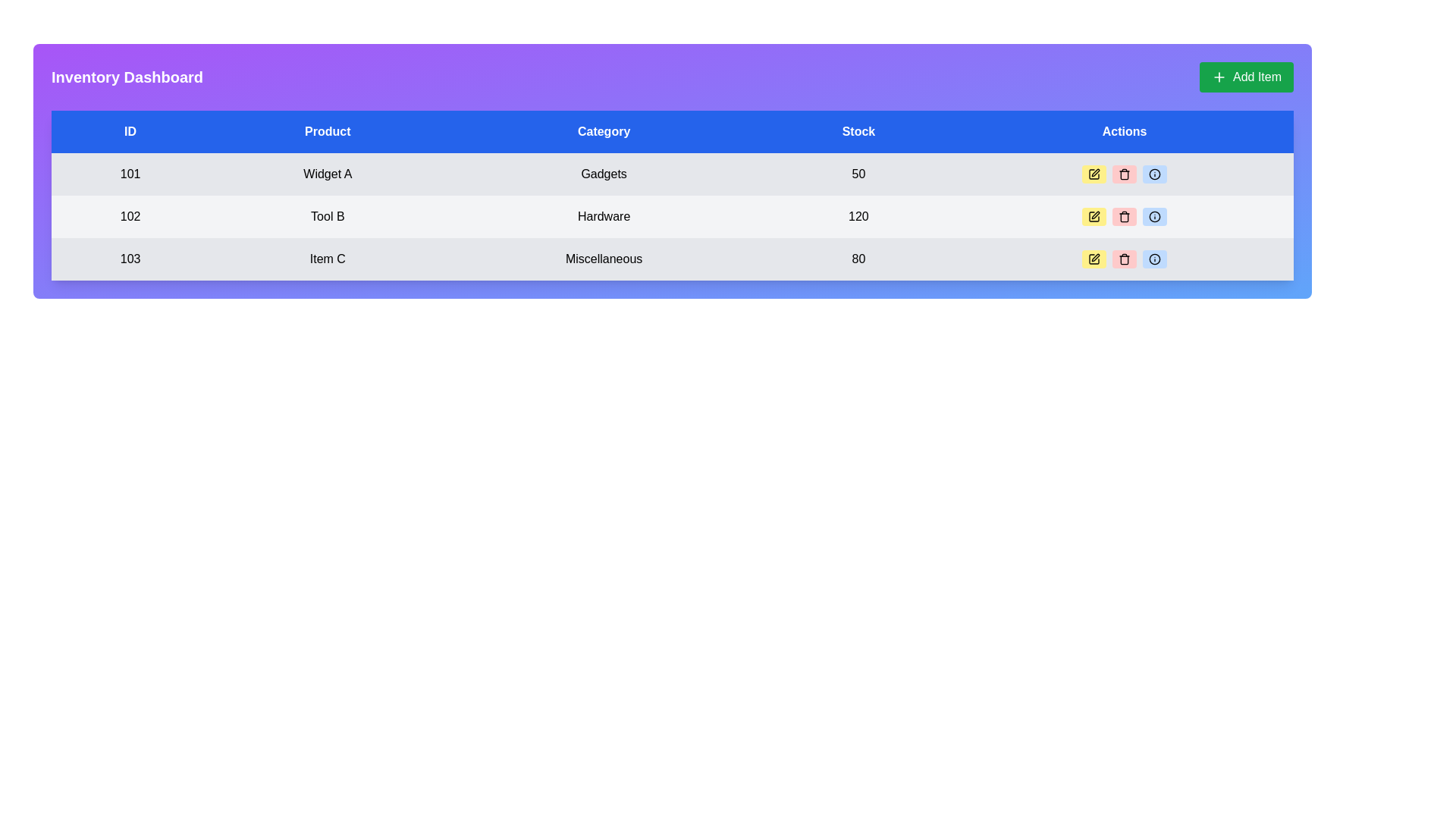 The width and height of the screenshot is (1456, 819). Describe the element at coordinates (127, 77) in the screenshot. I see `the prominent text label element reading 'Inventory Dashboard' which is styled with bold, white text on a purple background` at that location.